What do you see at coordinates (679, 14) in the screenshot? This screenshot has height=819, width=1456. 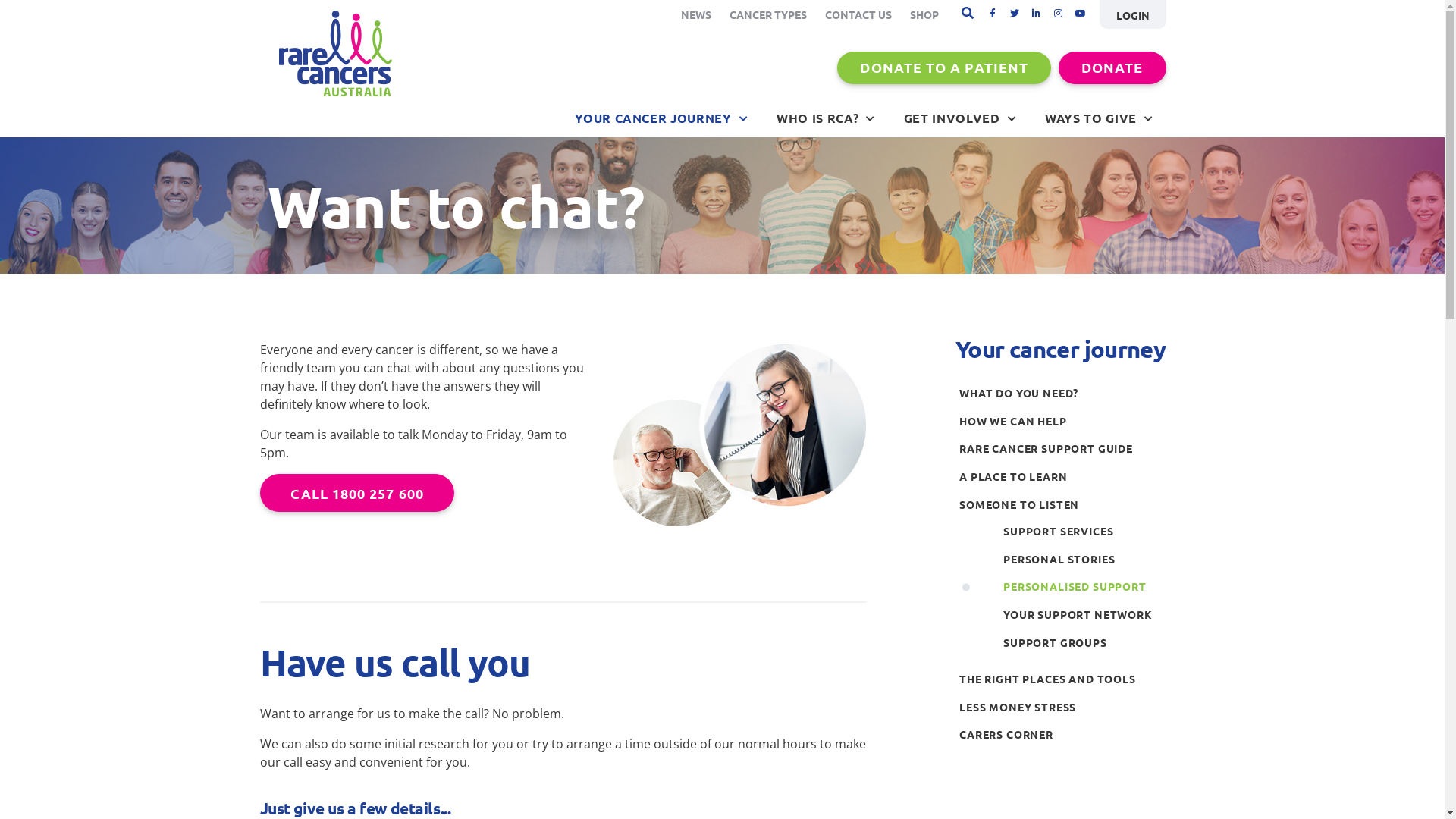 I see `'NEWS'` at bounding box center [679, 14].